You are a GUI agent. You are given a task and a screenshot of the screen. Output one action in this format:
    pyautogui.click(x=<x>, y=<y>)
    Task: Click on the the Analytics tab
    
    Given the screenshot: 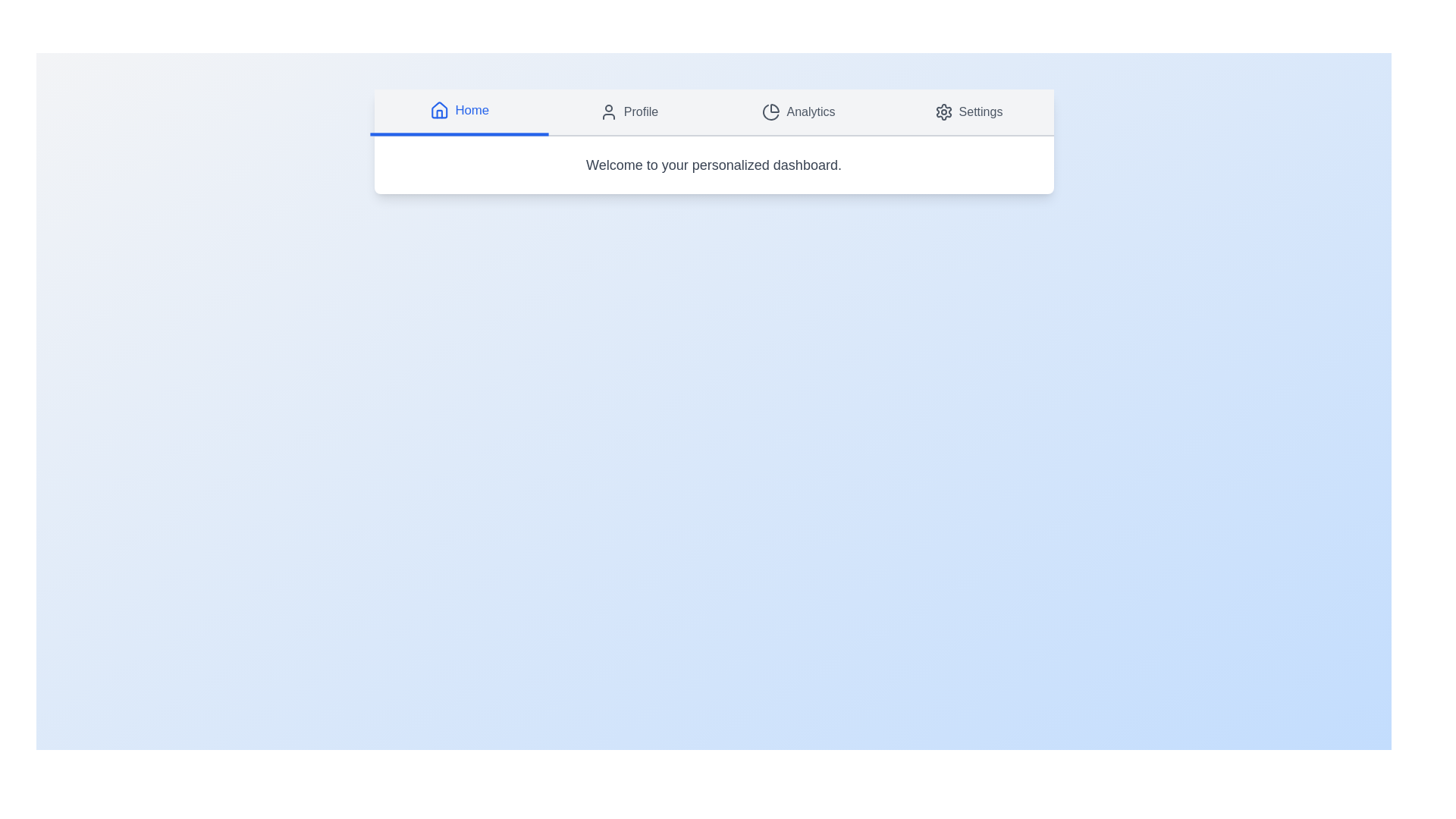 What is the action you would take?
    pyautogui.click(x=798, y=111)
    